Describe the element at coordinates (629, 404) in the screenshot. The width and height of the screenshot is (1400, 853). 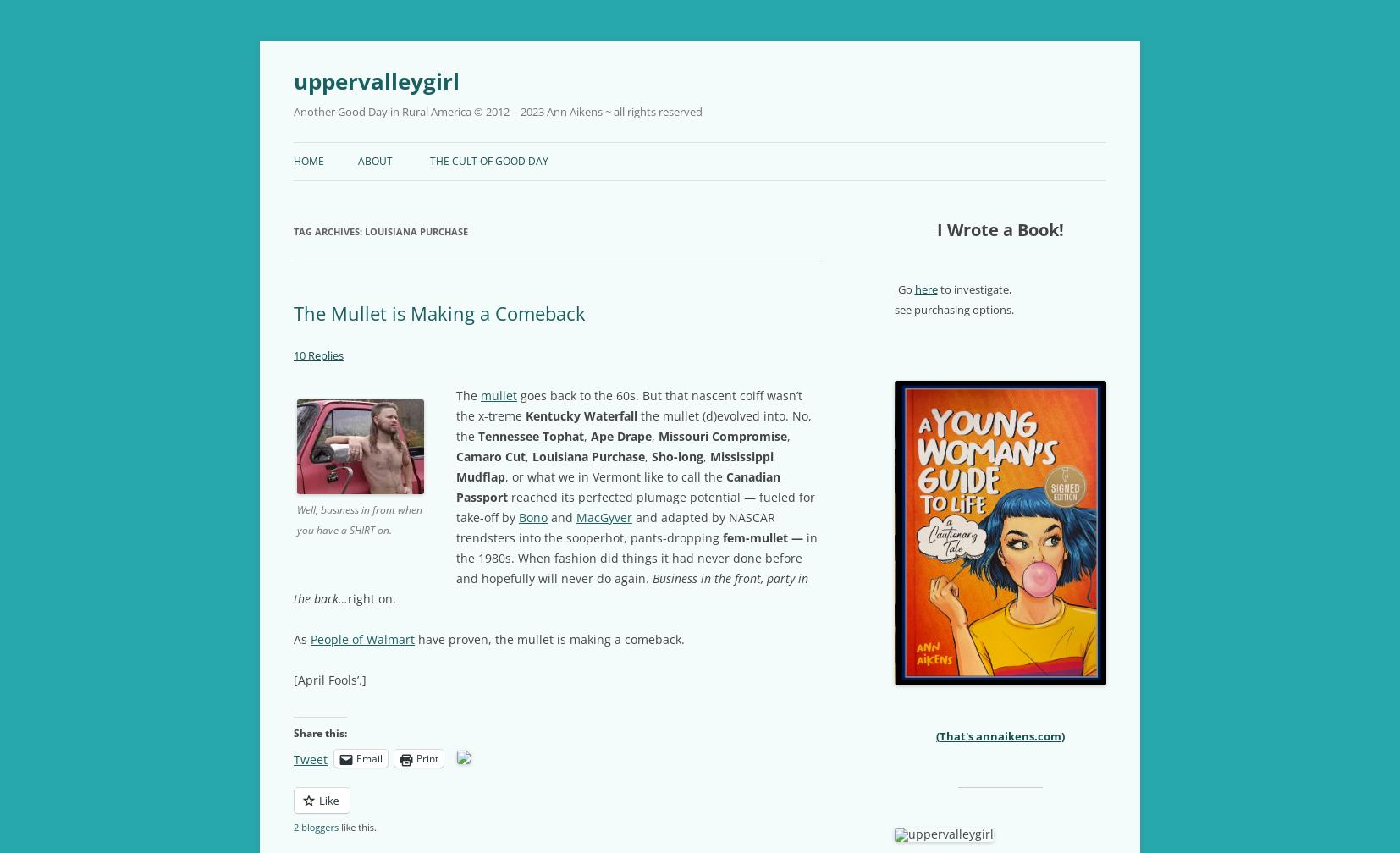
I see `'goes back to the 60s. But that nascent coiff wasn’t the x-treme'` at that location.